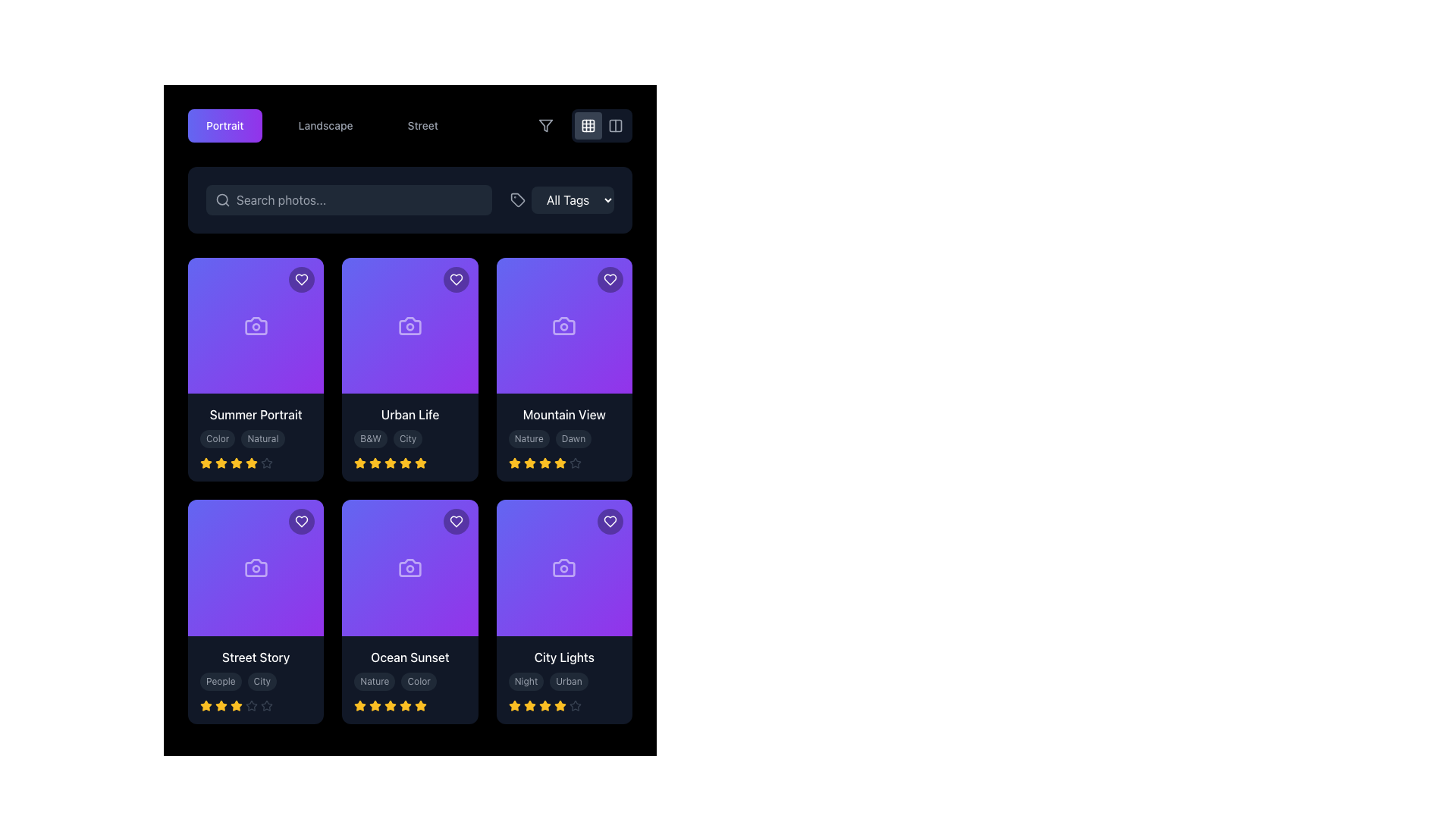 Image resolution: width=1456 pixels, height=819 pixels. Describe the element at coordinates (236, 462) in the screenshot. I see `the fourth star icon in the rating system of the 'Summer Portrait' card` at that location.